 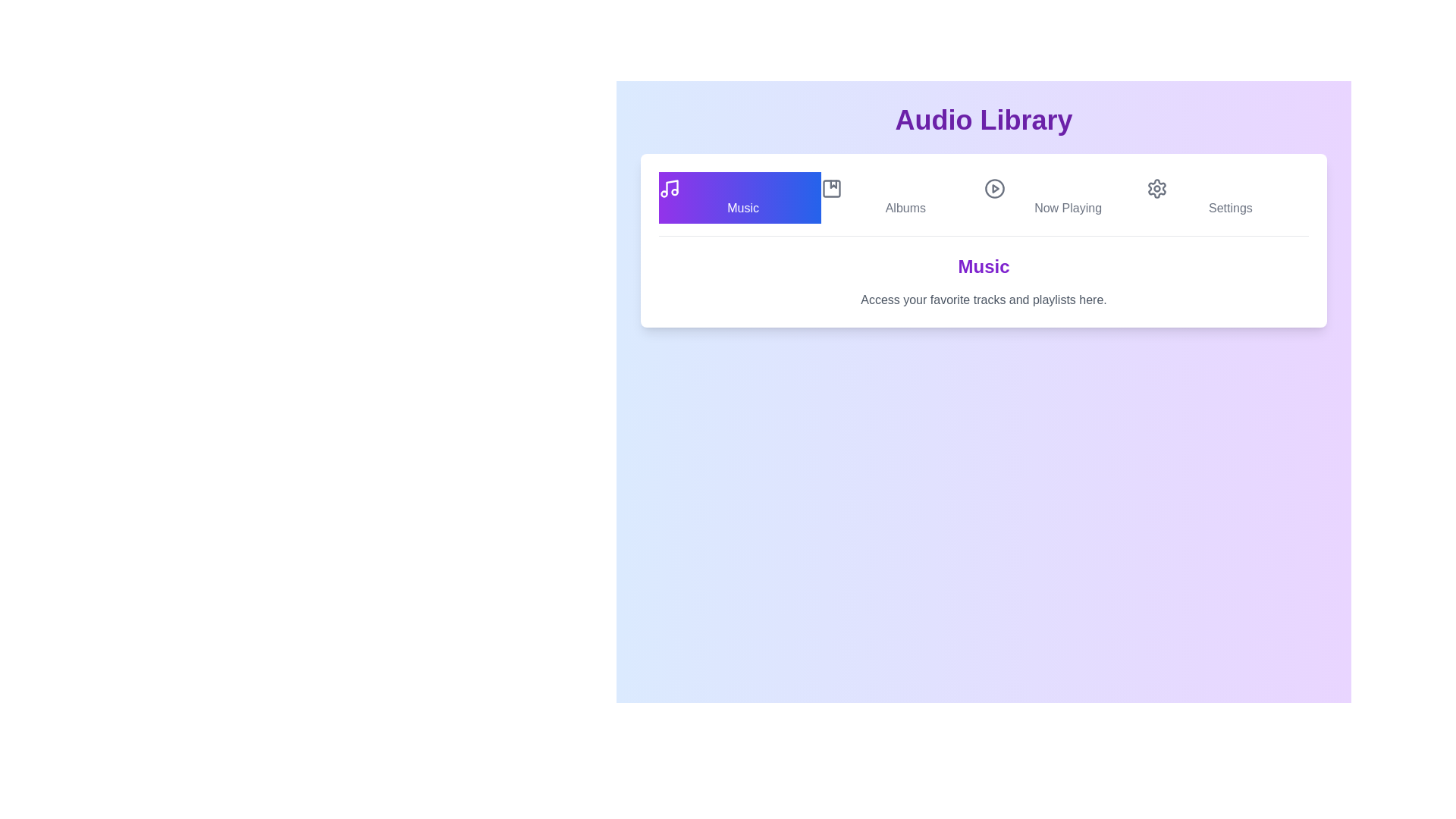 What do you see at coordinates (905, 207) in the screenshot?
I see `the 'Albums' text label within the navigation bar` at bounding box center [905, 207].